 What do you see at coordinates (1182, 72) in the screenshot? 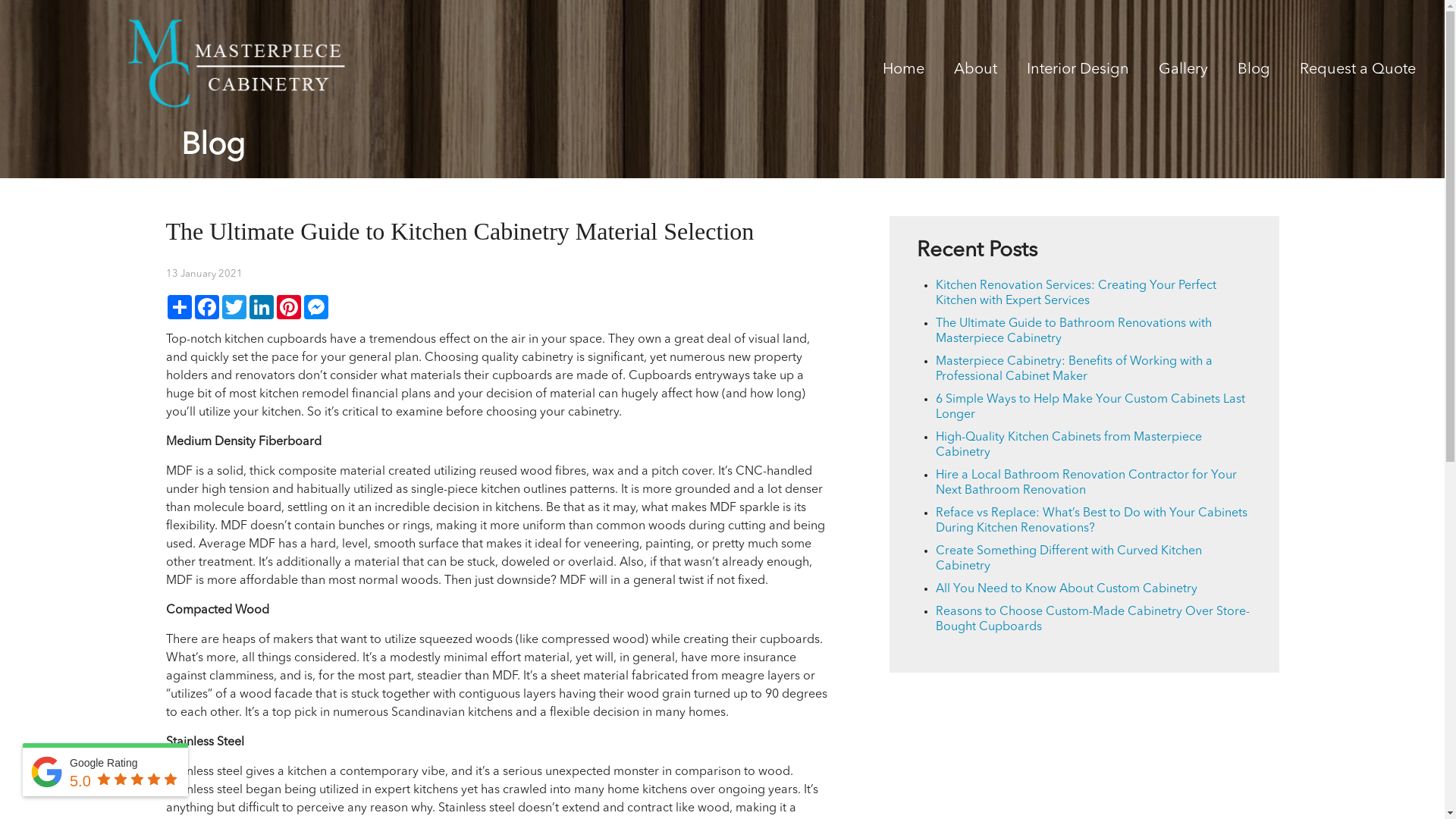
I see `'Gallery'` at bounding box center [1182, 72].